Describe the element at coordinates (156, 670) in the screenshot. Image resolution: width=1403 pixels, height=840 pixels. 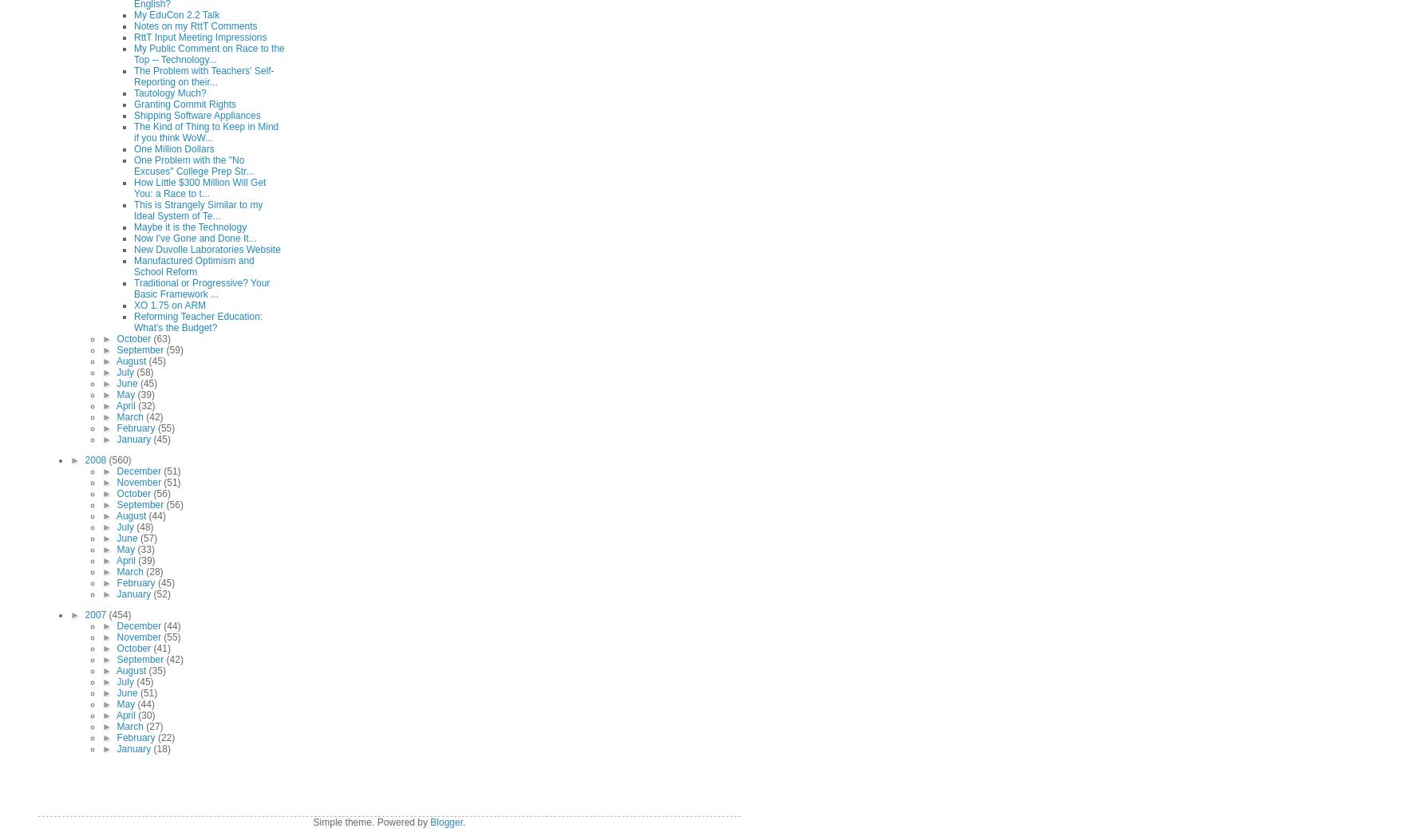
I see `'(35)'` at that location.